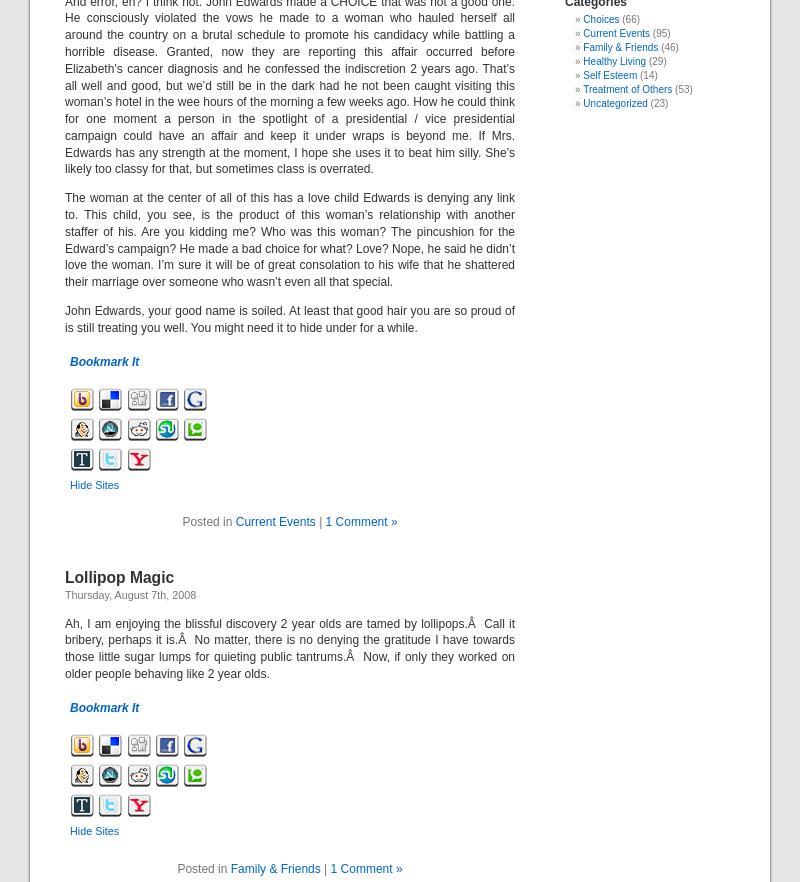  Describe the element at coordinates (668, 46) in the screenshot. I see `'(46)'` at that location.